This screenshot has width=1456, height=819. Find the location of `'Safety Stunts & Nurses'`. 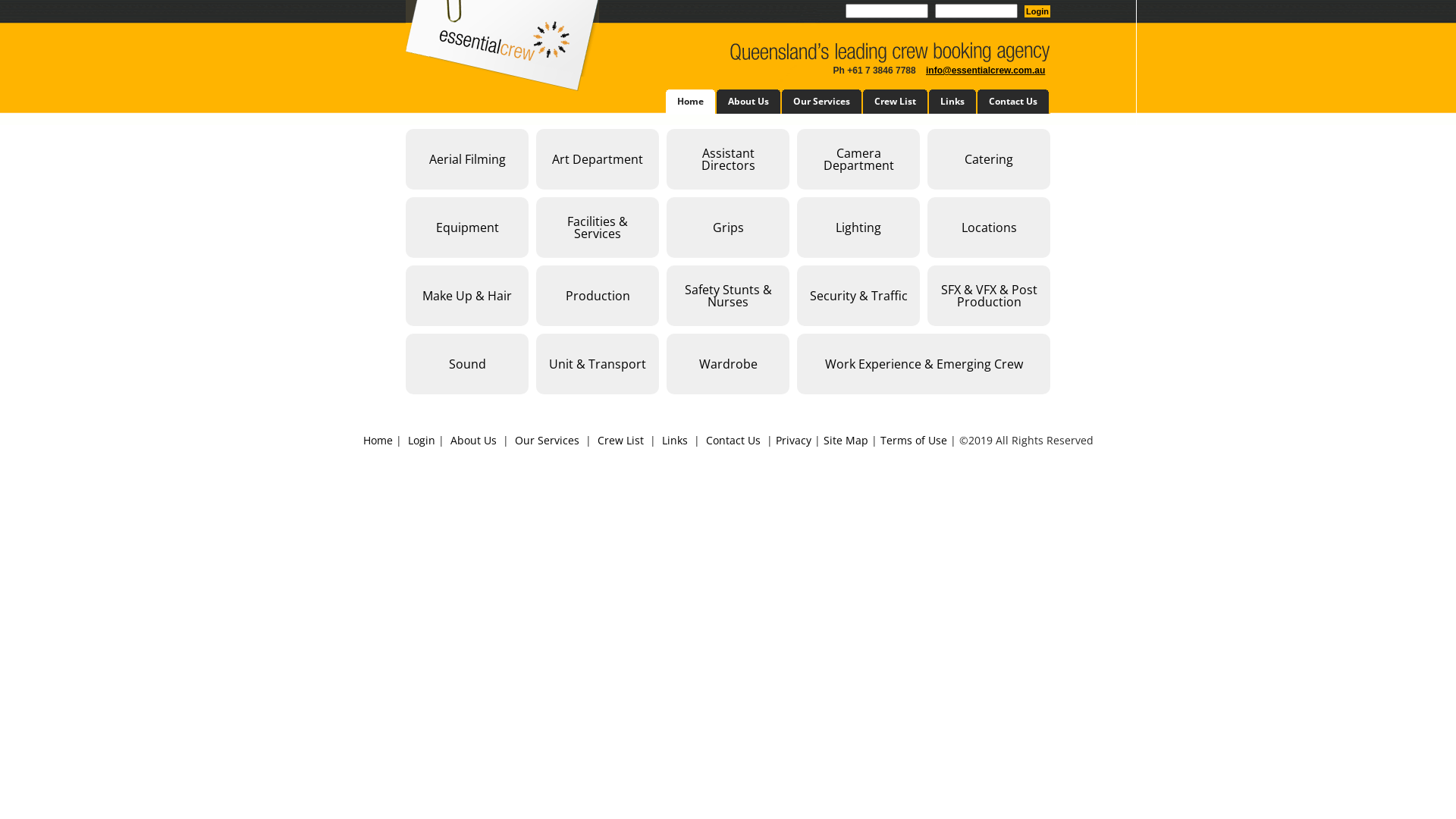

'Safety Stunts & Nurses' is located at coordinates (728, 295).